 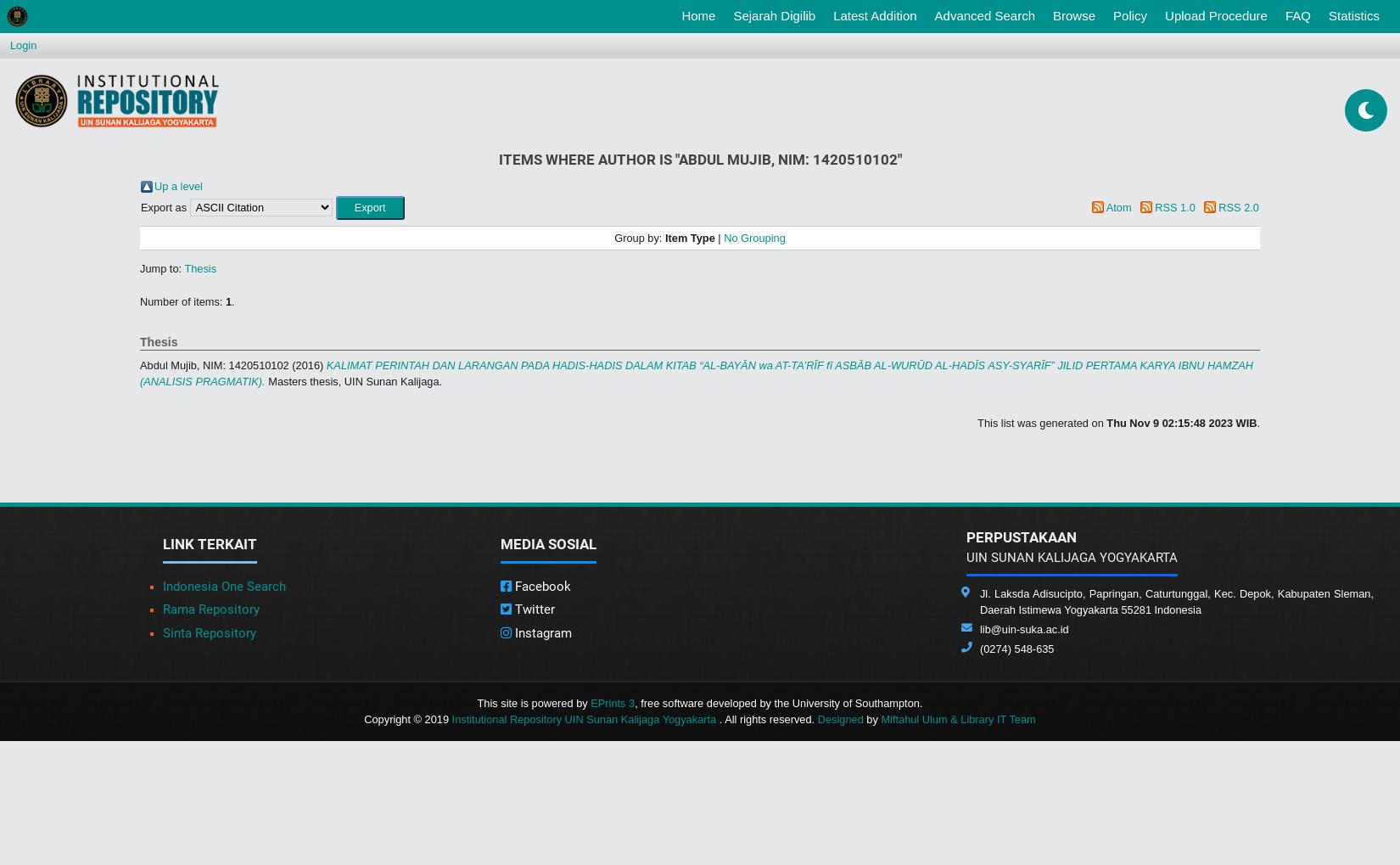 I want to click on 'Jl. Laksda Adisucipto, Papringan, Caturtunggal, Kec. Depok, Kabupaten Sleman, Daerah Istimewa Yogyakarta 55281 Indonesia', so click(x=1175, y=601).